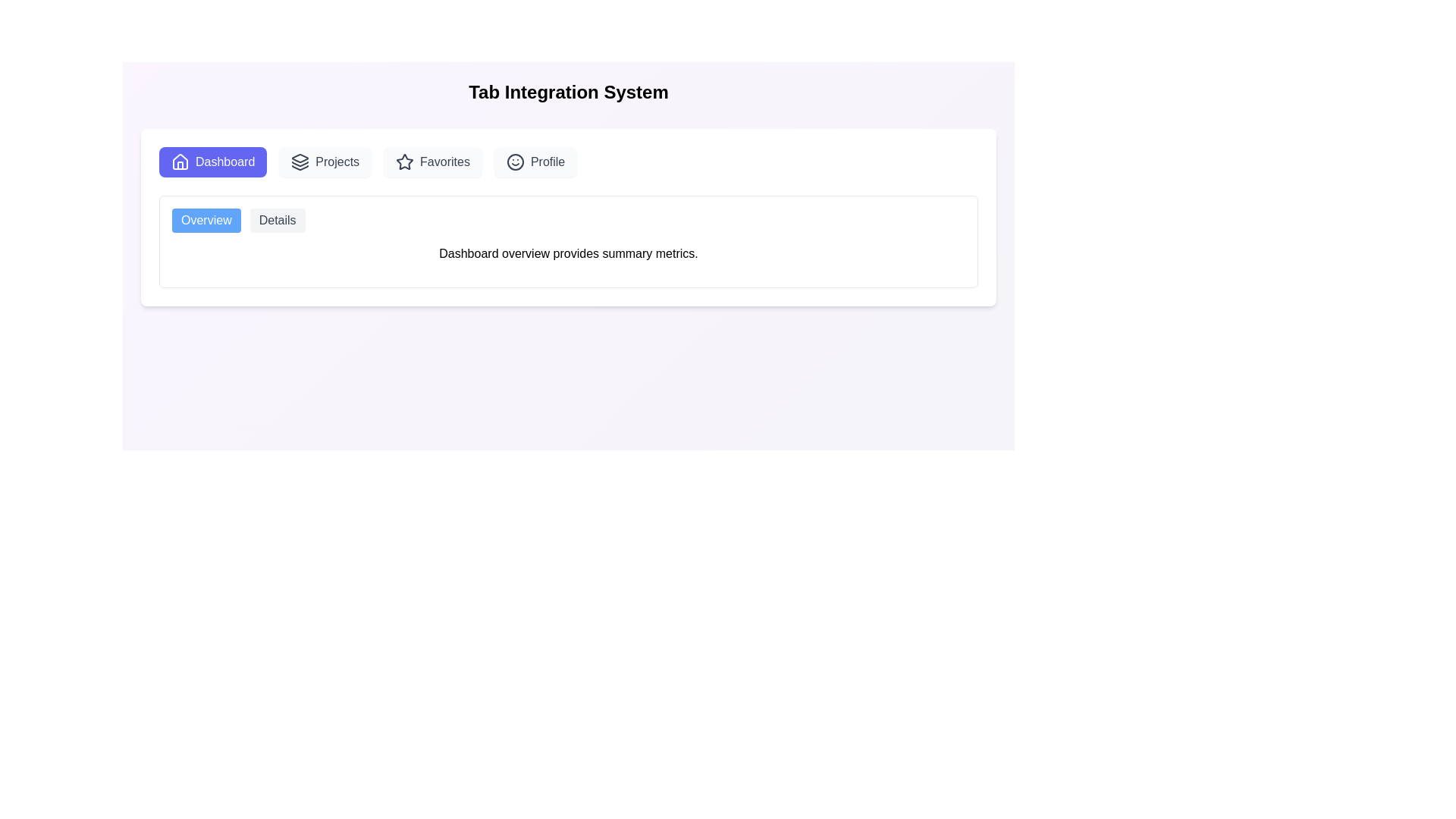 Image resolution: width=1456 pixels, height=819 pixels. What do you see at coordinates (515, 162) in the screenshot?
I see `the circular smiling face icon located inside the 'Profile' button, which is the fourth button in the horizontal group at the top of the interface` at bounding box center [515, 162].